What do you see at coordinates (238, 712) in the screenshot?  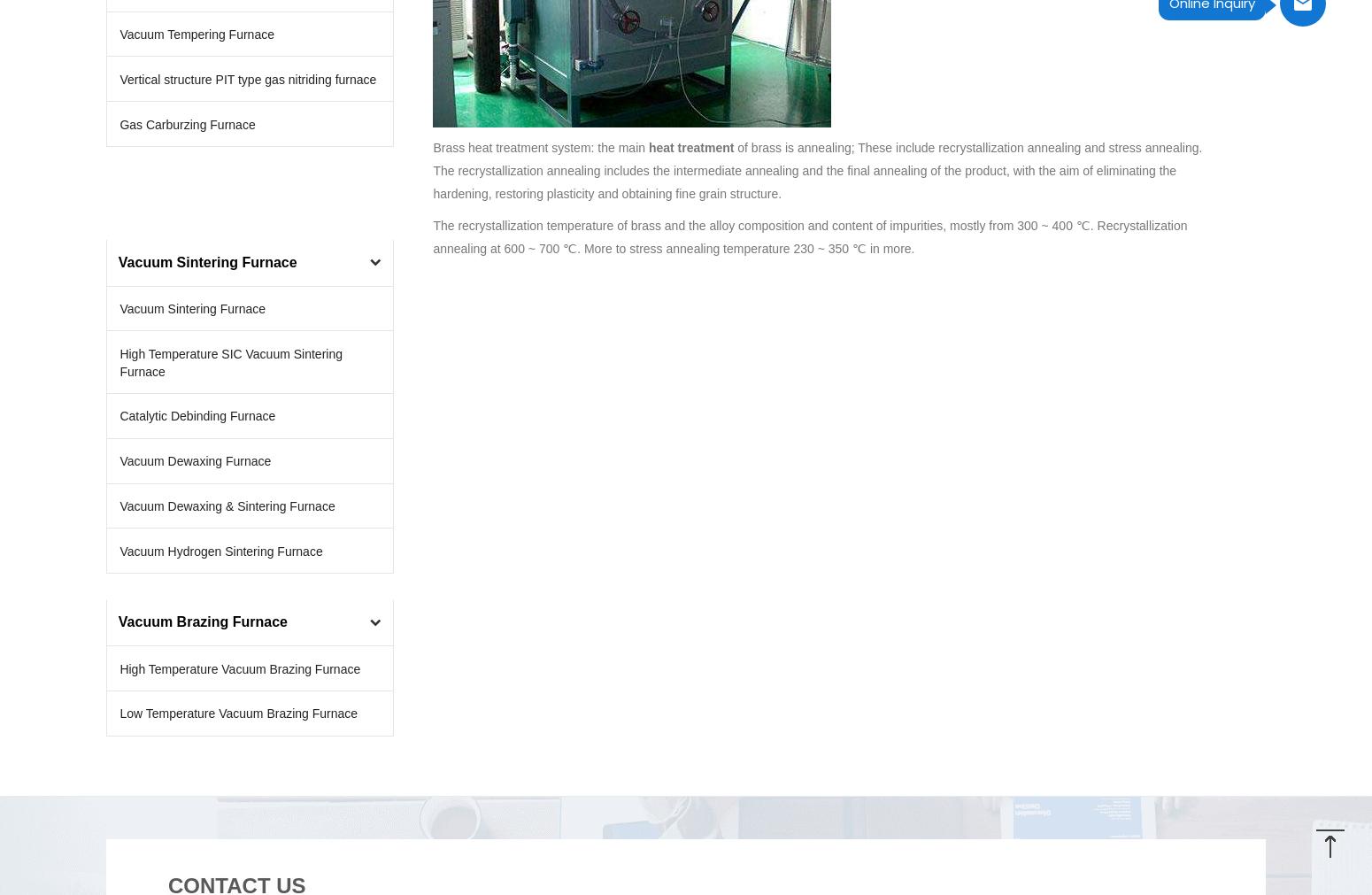 I see `'Low Temperature Vacuum Brazing Furnace'` at bounding box center [238, 712].